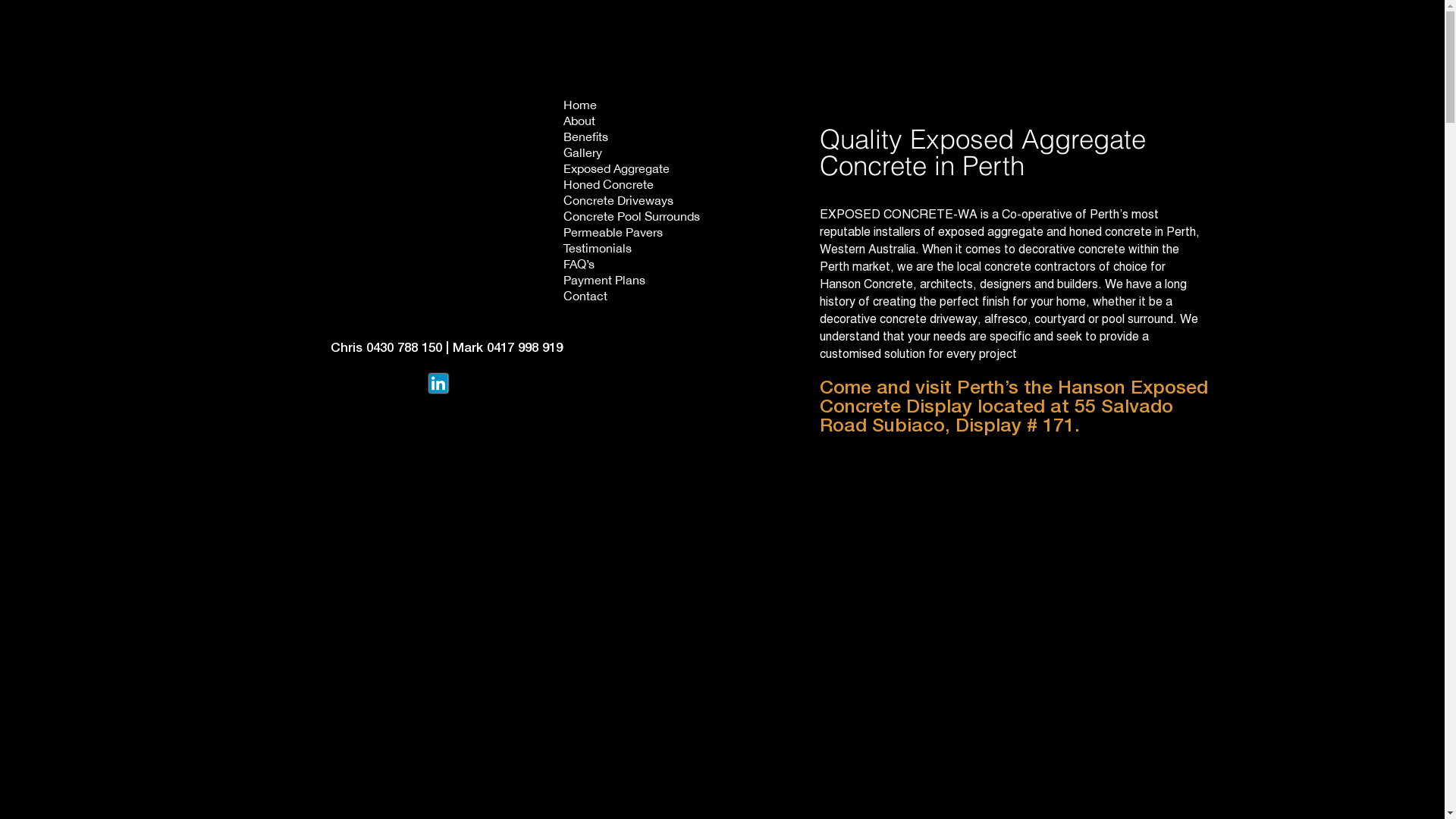 The image size is (1456, 819). What do you see at coordinates (632, 281) in the screenshot?
I see `'Payment Plans'` at bounding box center [632, 281].